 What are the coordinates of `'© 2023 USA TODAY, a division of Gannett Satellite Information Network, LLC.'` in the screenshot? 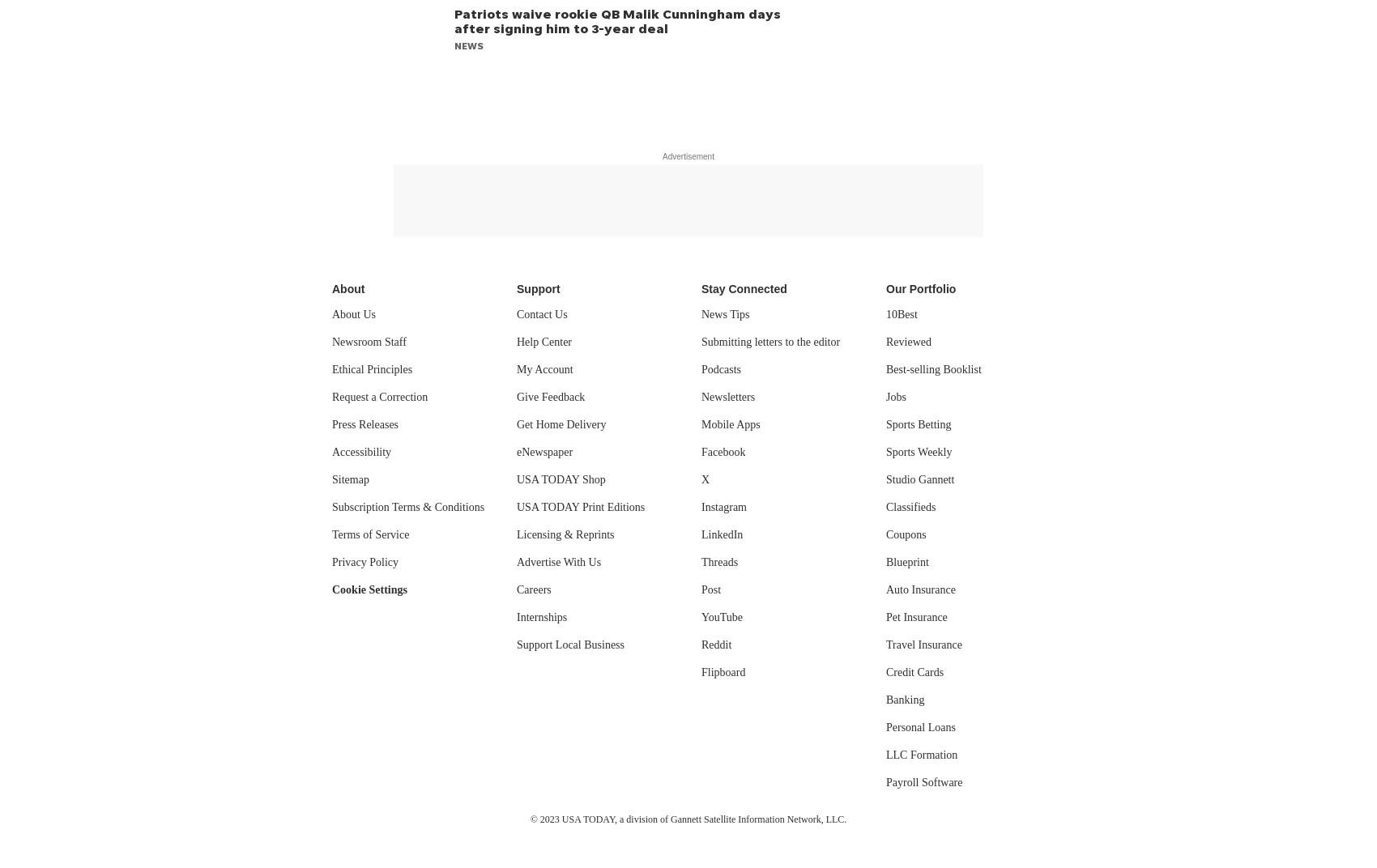 It's located at (687, 819).